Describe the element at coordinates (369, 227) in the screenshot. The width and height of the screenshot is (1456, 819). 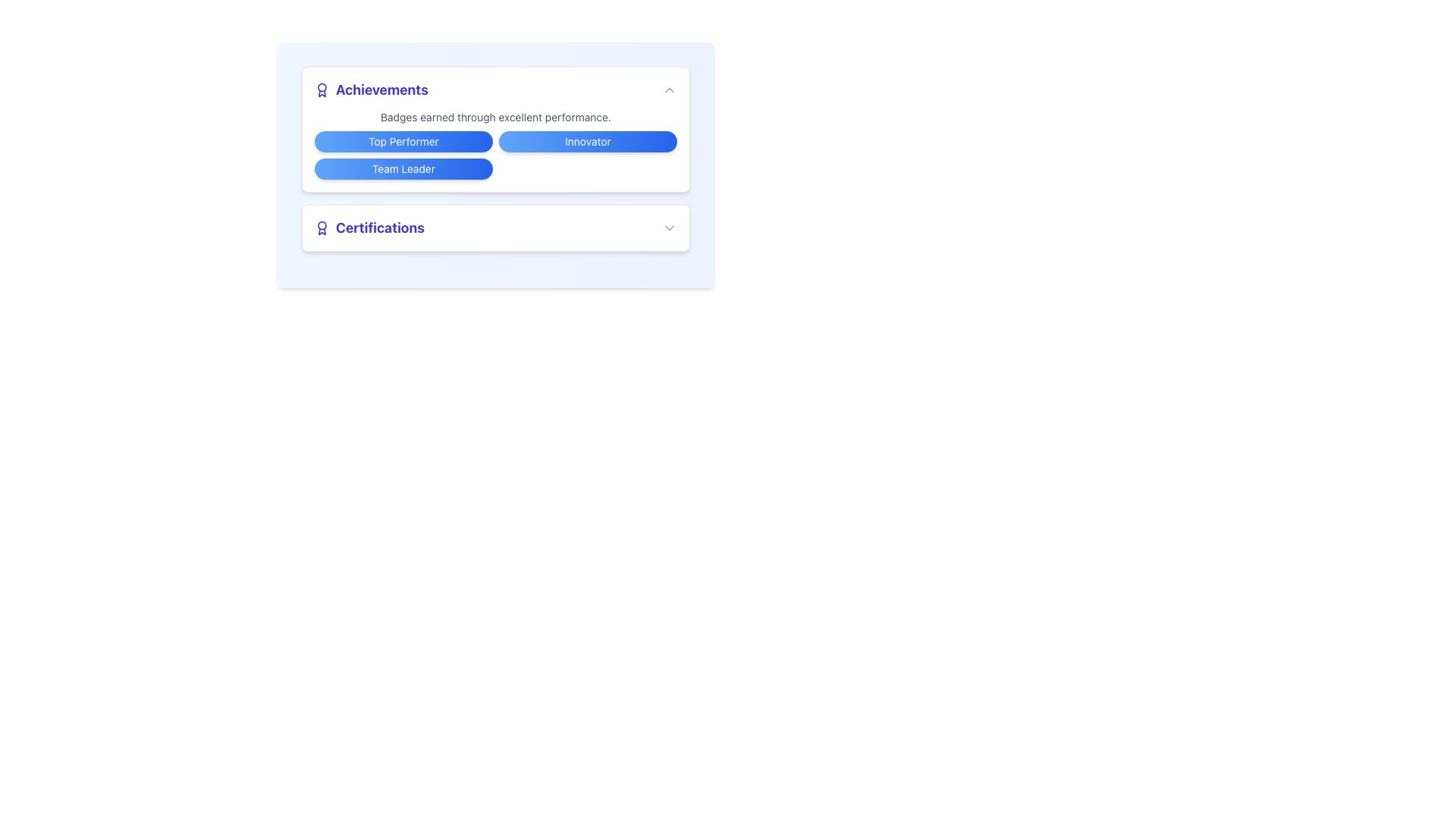
I see `the 'Certifications' header element, which includes the text in bold indigo font and an award icon` at that location.